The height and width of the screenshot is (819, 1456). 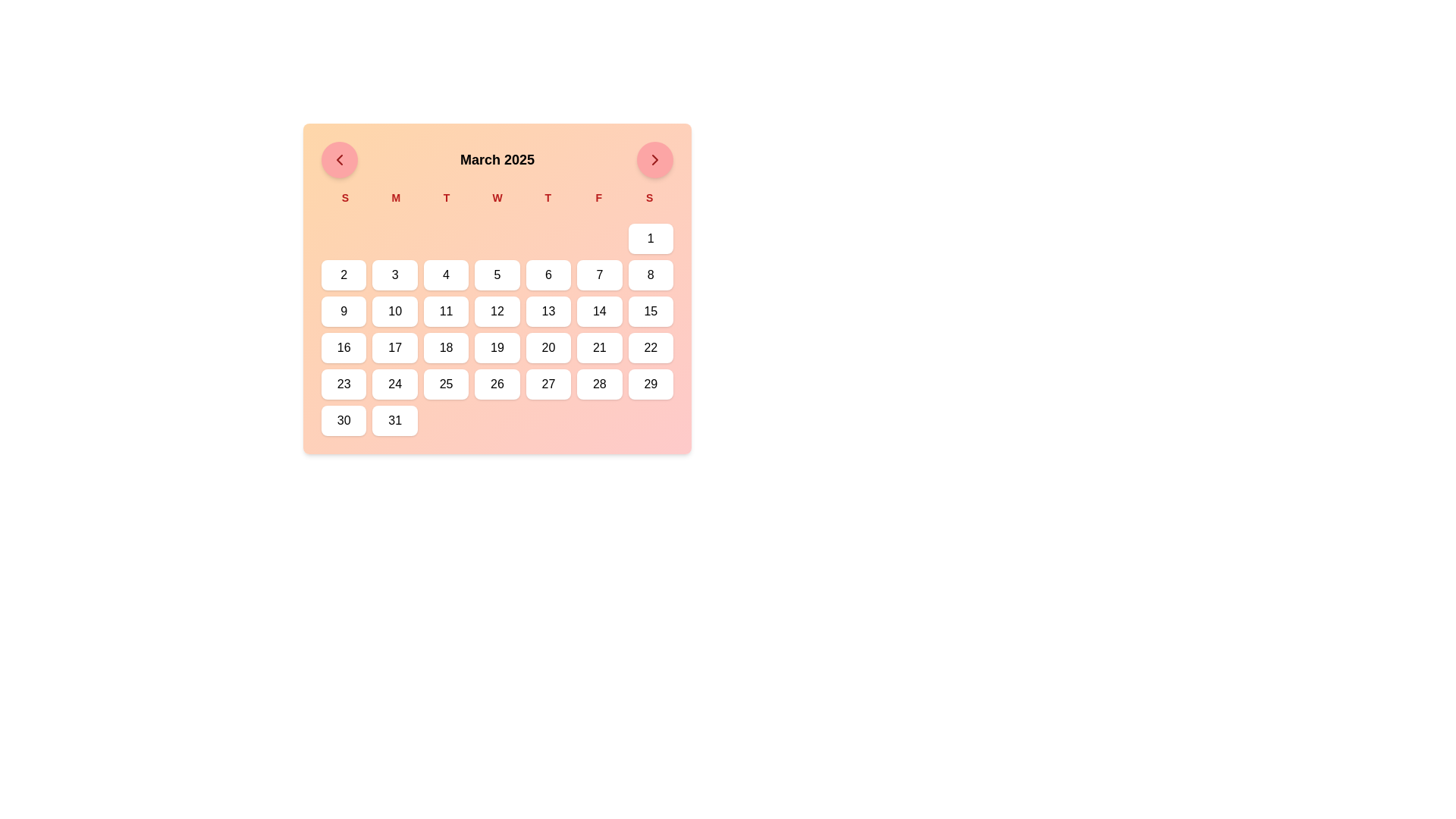 I want to click on the white rectangular button with rounded corners containing the number '11', so click(x=445, y=311).